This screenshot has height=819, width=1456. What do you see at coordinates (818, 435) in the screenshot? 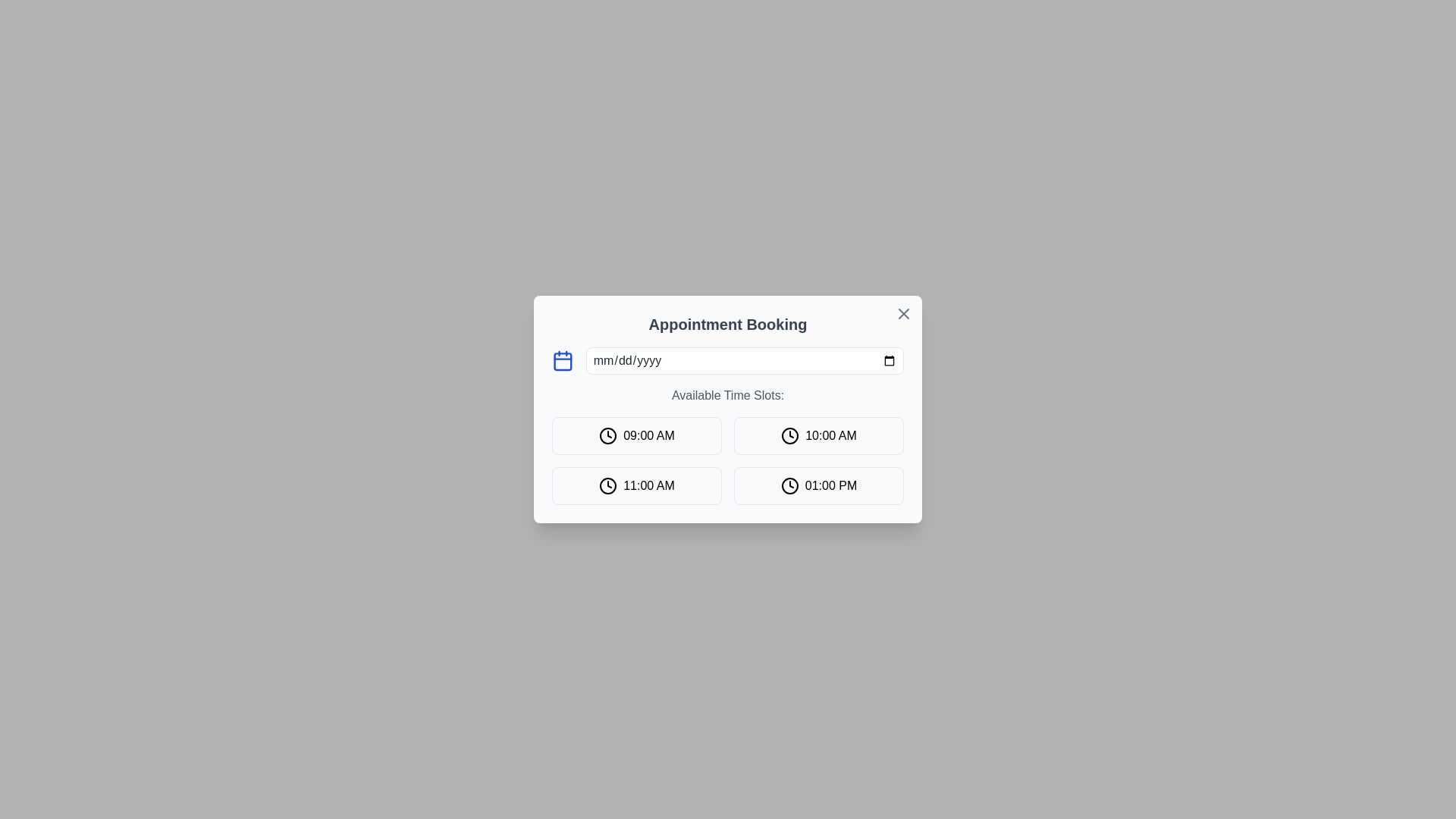
I see `the second button in the grid layout for time slots` at bounding box center [818, 435].